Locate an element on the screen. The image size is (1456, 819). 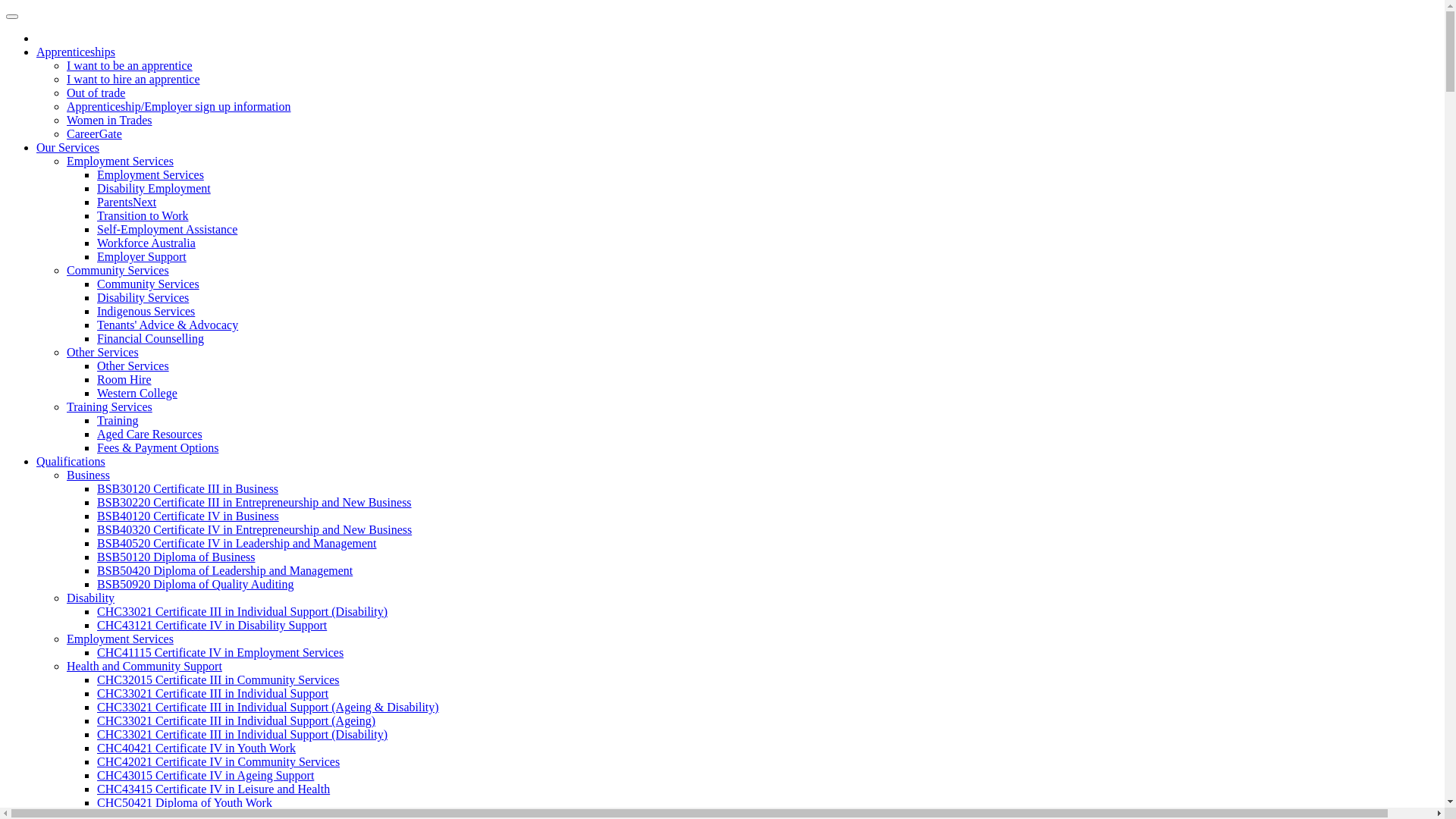
'I want to hire an apprentice' is located at coordinates (133, 79).